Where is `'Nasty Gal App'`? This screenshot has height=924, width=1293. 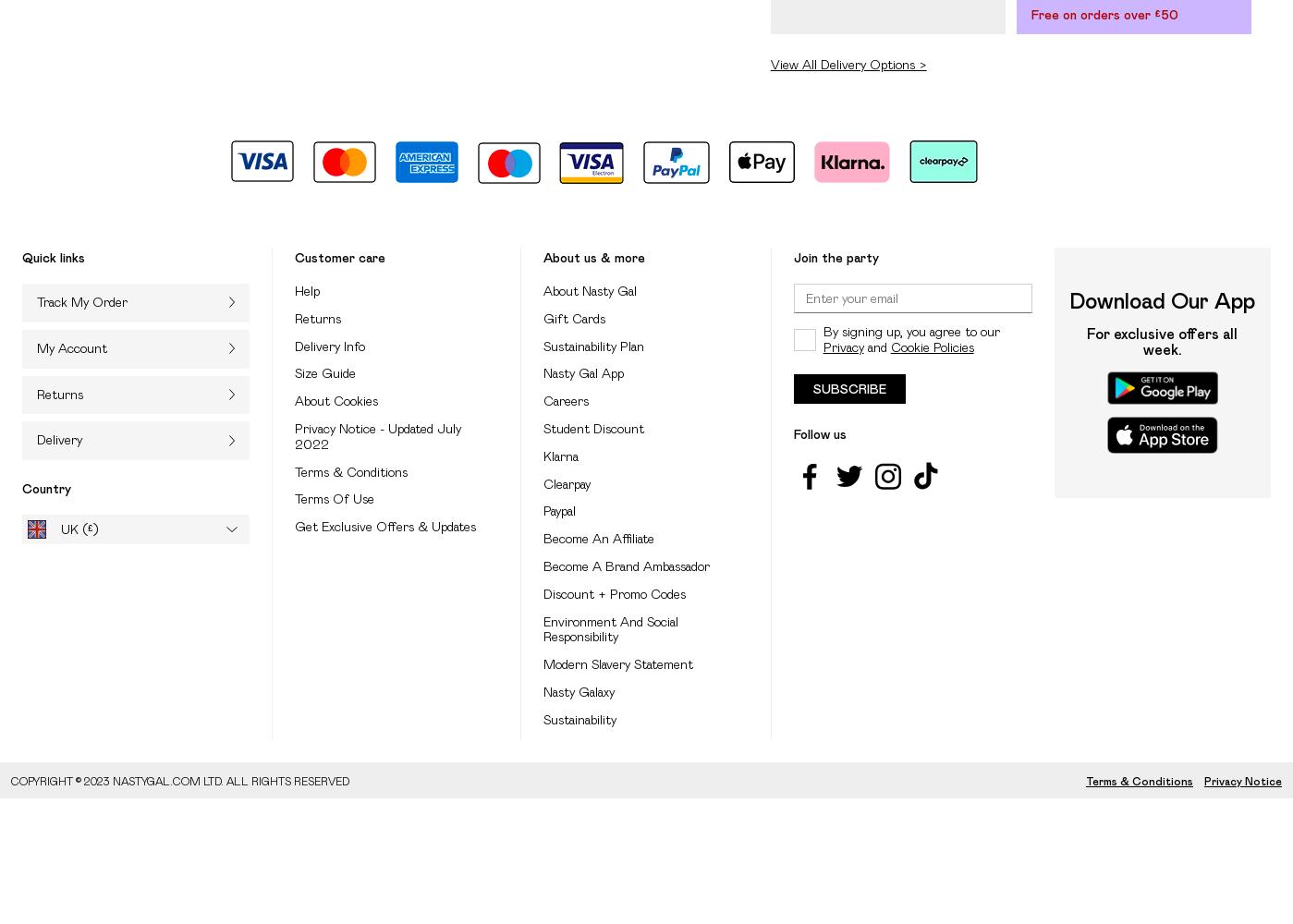
'Nasty Gal App' is located at coordinates (583, 373).